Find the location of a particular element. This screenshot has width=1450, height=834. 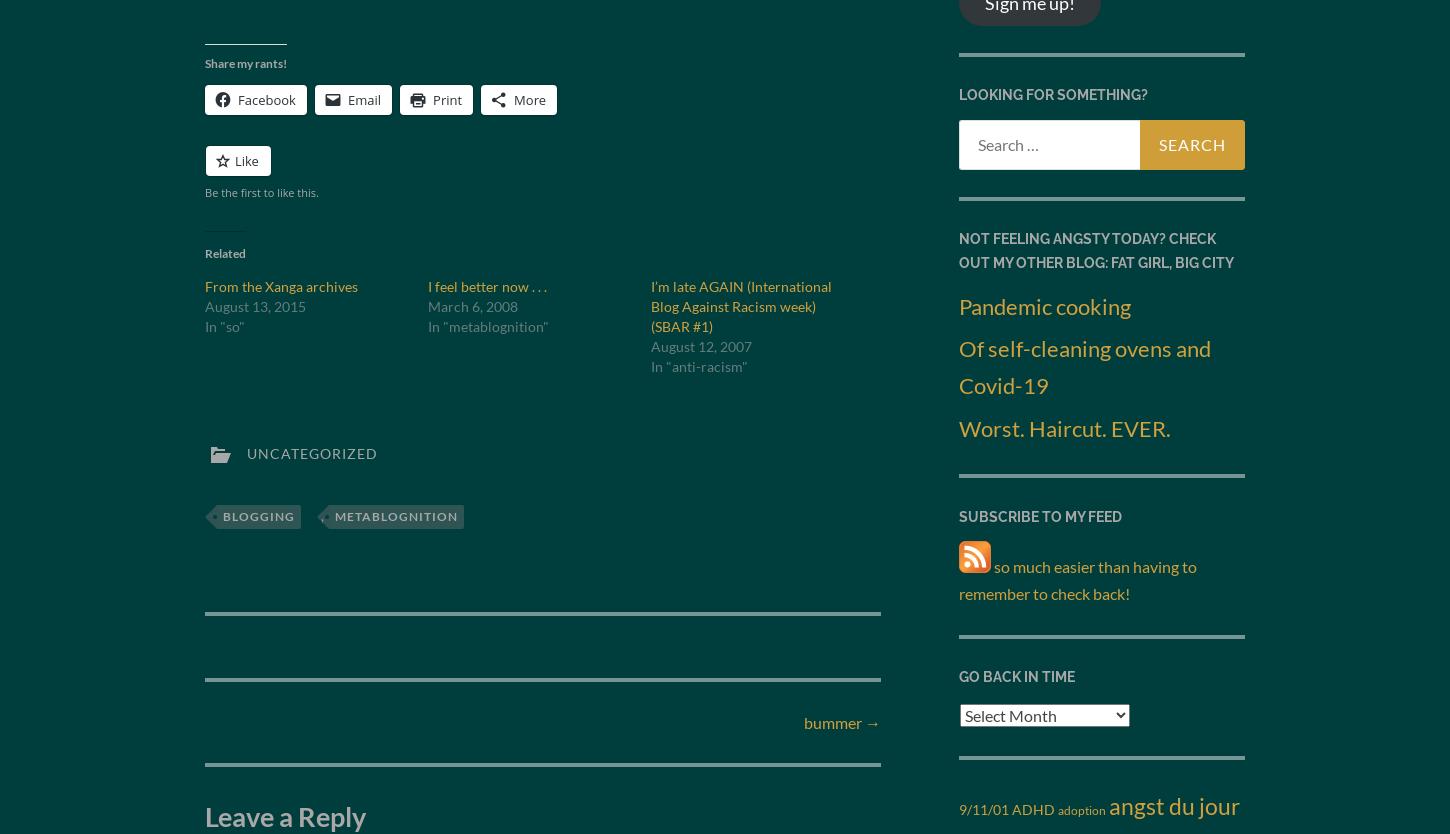

',' is located at coordinates (324, 514).